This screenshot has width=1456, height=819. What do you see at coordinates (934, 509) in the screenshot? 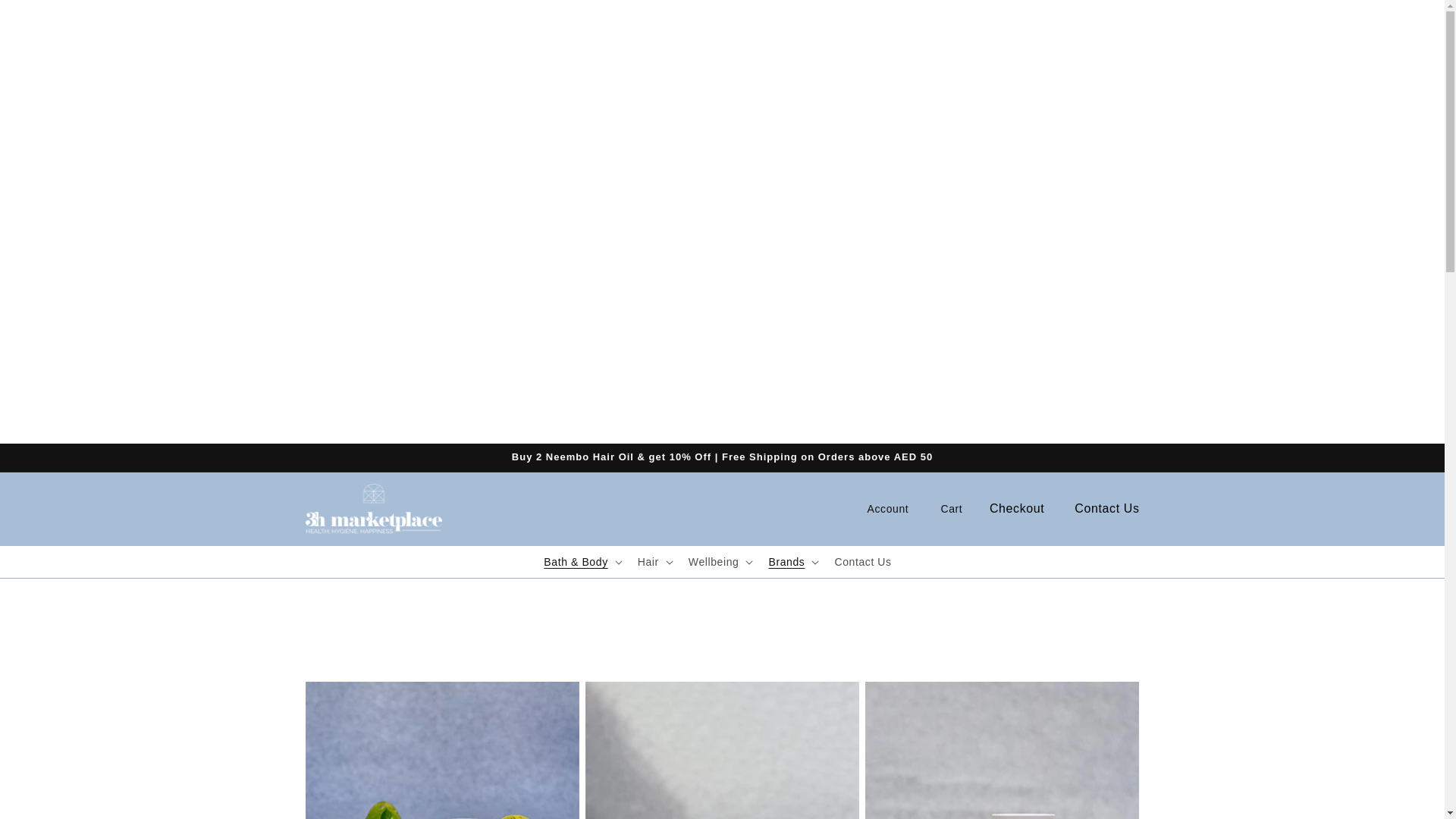
I see `'Cart` at bounding box center [934, 509].